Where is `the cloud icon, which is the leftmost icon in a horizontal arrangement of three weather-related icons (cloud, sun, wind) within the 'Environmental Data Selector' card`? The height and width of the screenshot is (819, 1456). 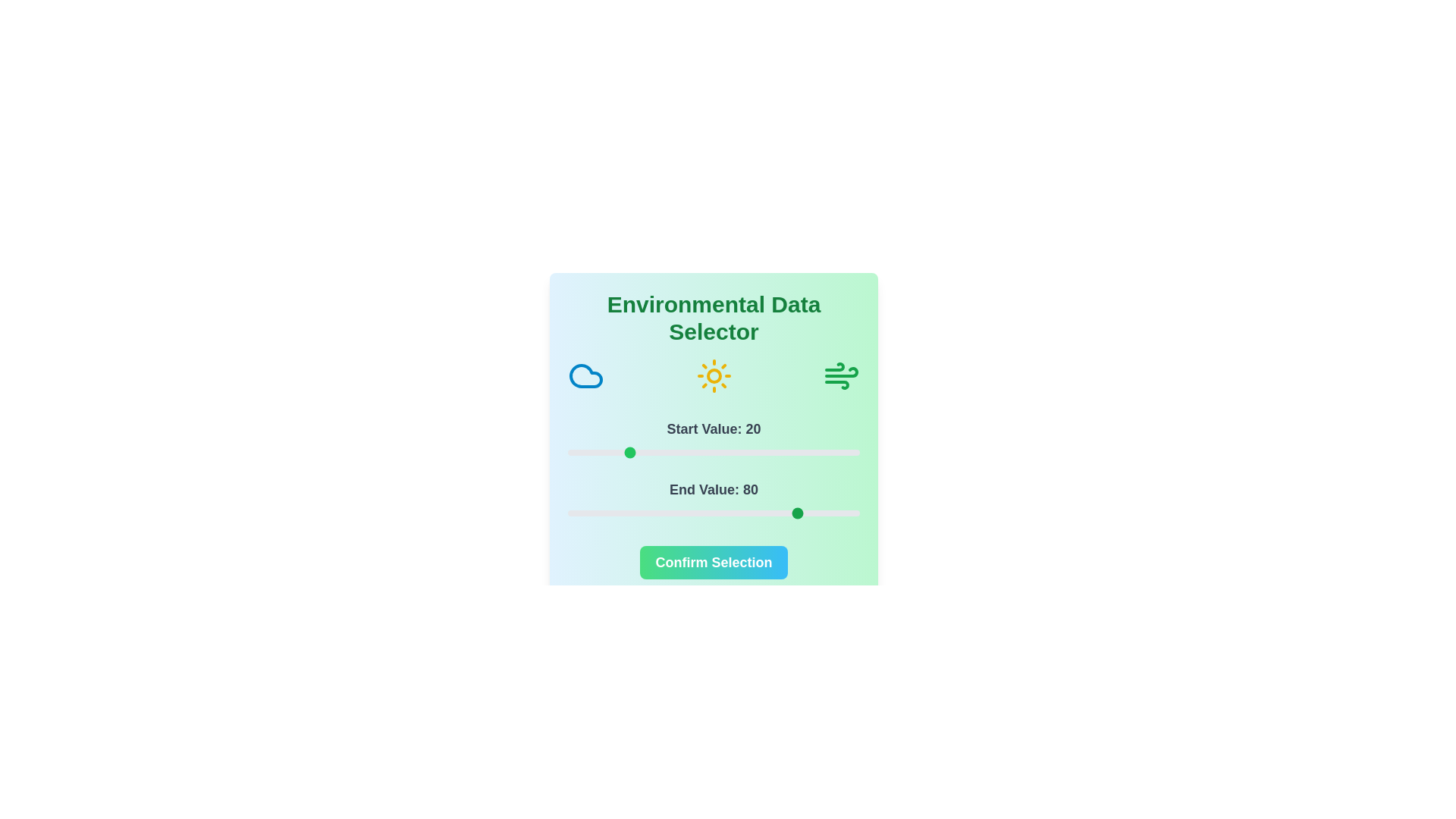
the cloud icon, which is the leftmost icon in a horizontal arrangement of three weather-related icons (cloud, sun, wind) within the 'Environmental Data Selector' card is located at coordinates (585, 375).